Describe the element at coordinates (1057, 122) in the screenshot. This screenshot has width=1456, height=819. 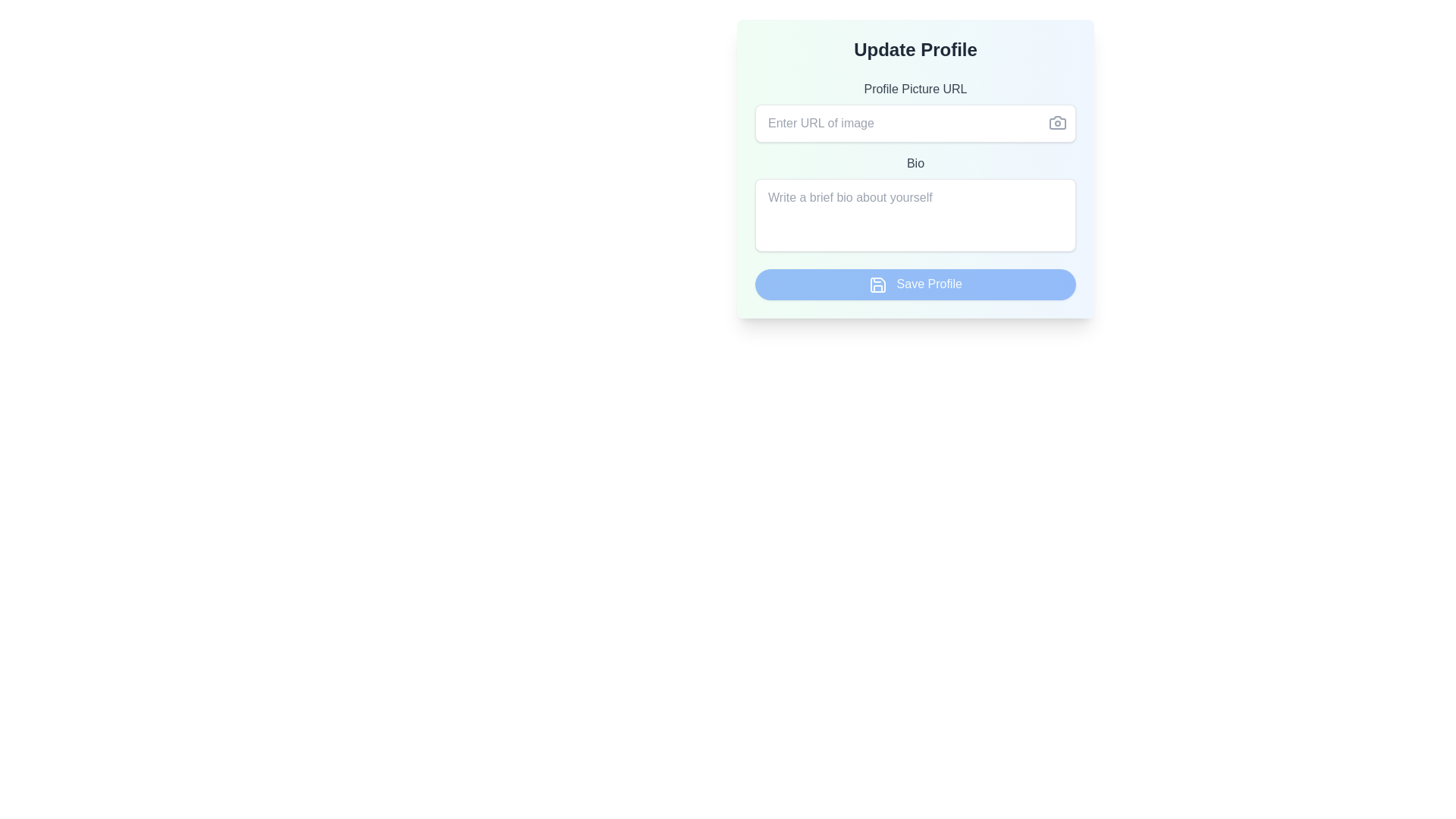
I see `the camera icon located at the top-right of the input field for 'Profile Picture URL'` at that location.